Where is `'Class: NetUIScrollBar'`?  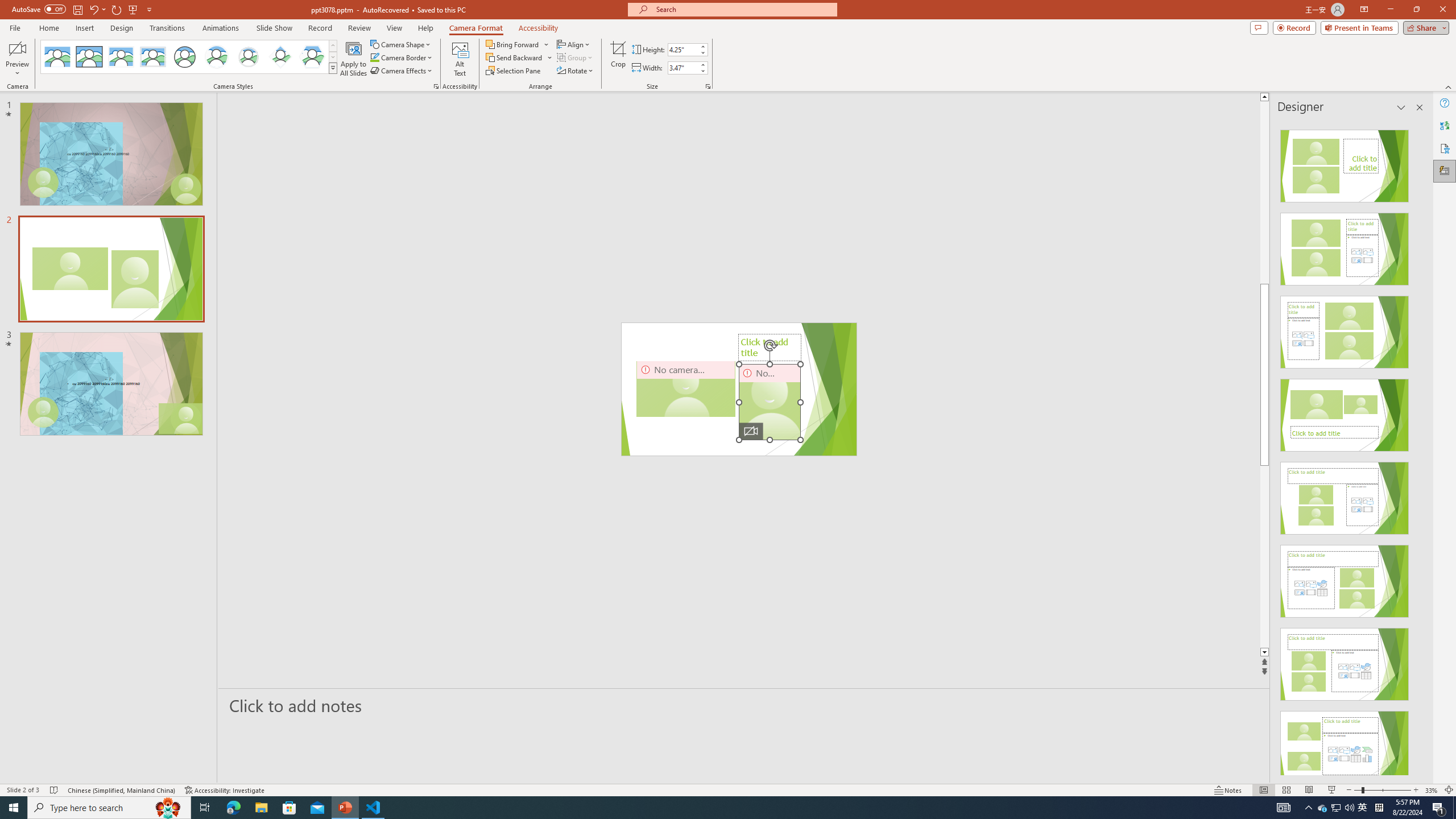 'Class: NetUIScrollBar' is located at coordinates (1418, 447).